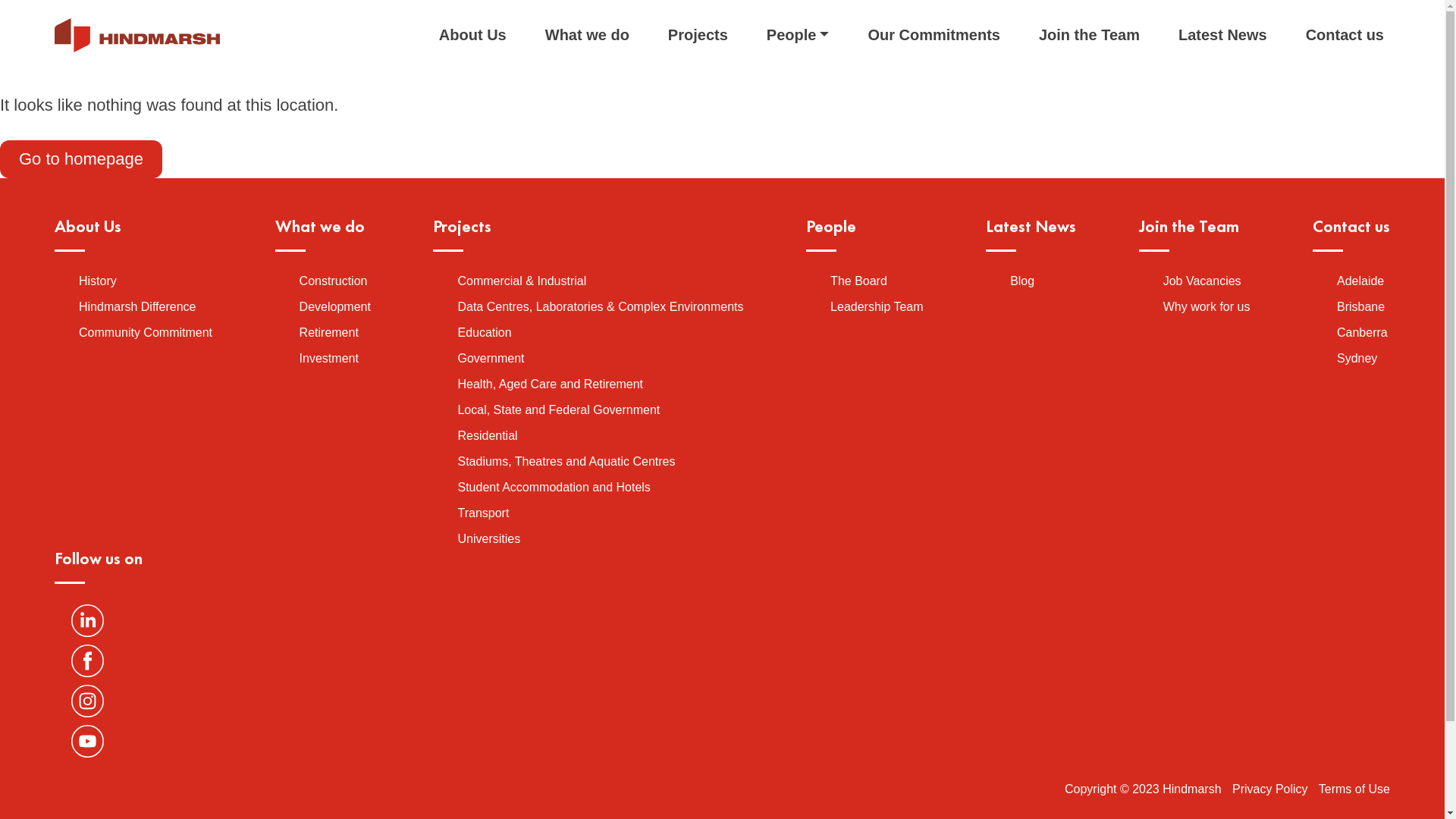  What do you see at coordinates (299, 281) in the screenshot?
I see `'Construction'` at bounding box center [299, 281].